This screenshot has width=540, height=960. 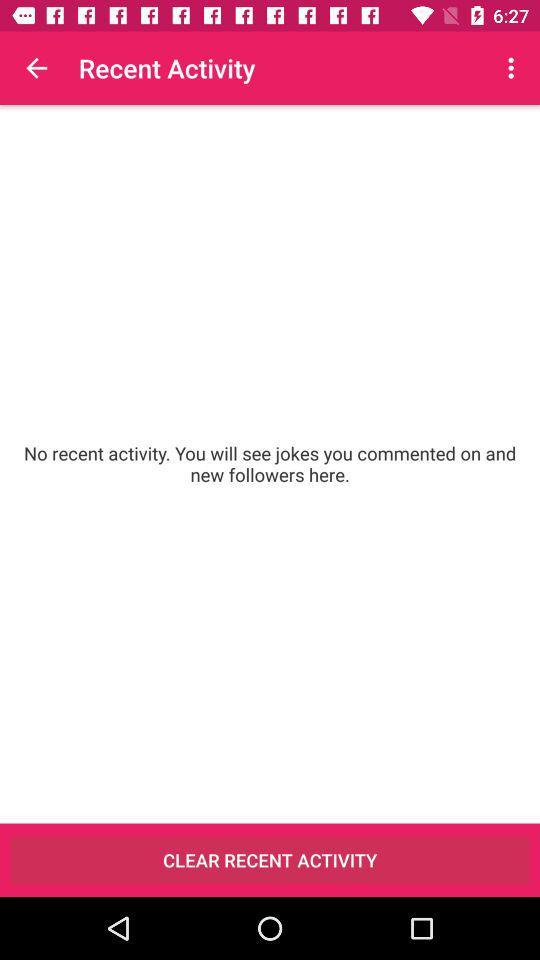 I want to click on the item to the right of recent activity app, so click(x=513, y=68).